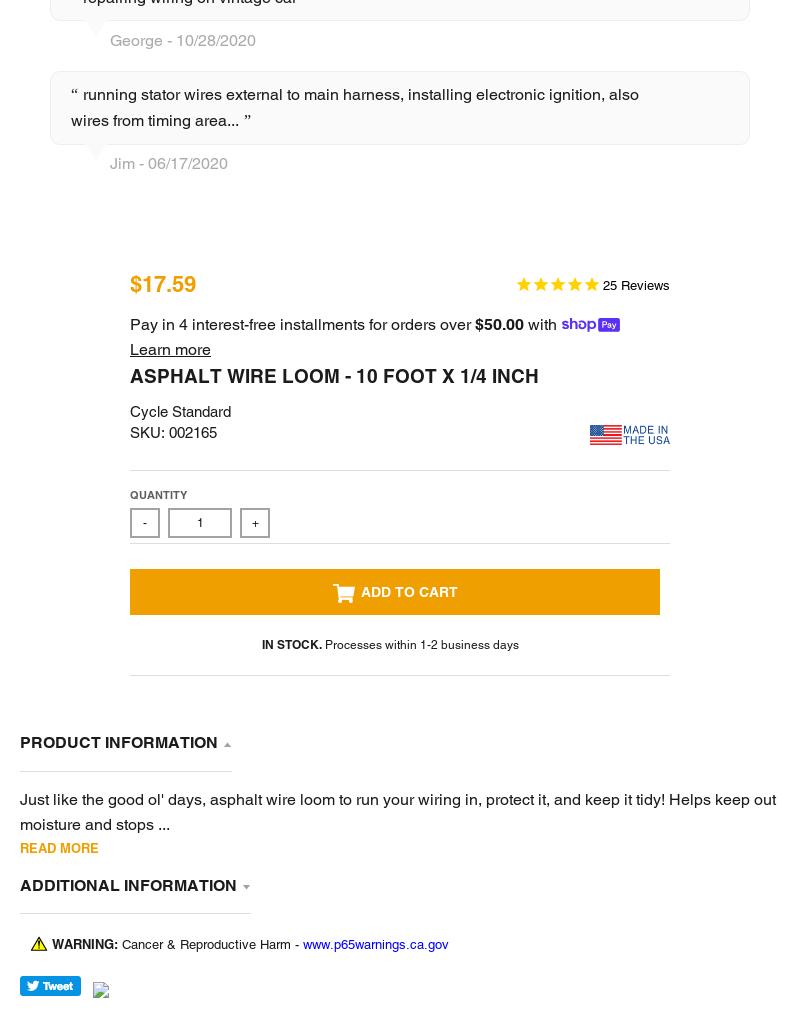  I want to click on 'WITH LOWBROW', so click(293, 971).